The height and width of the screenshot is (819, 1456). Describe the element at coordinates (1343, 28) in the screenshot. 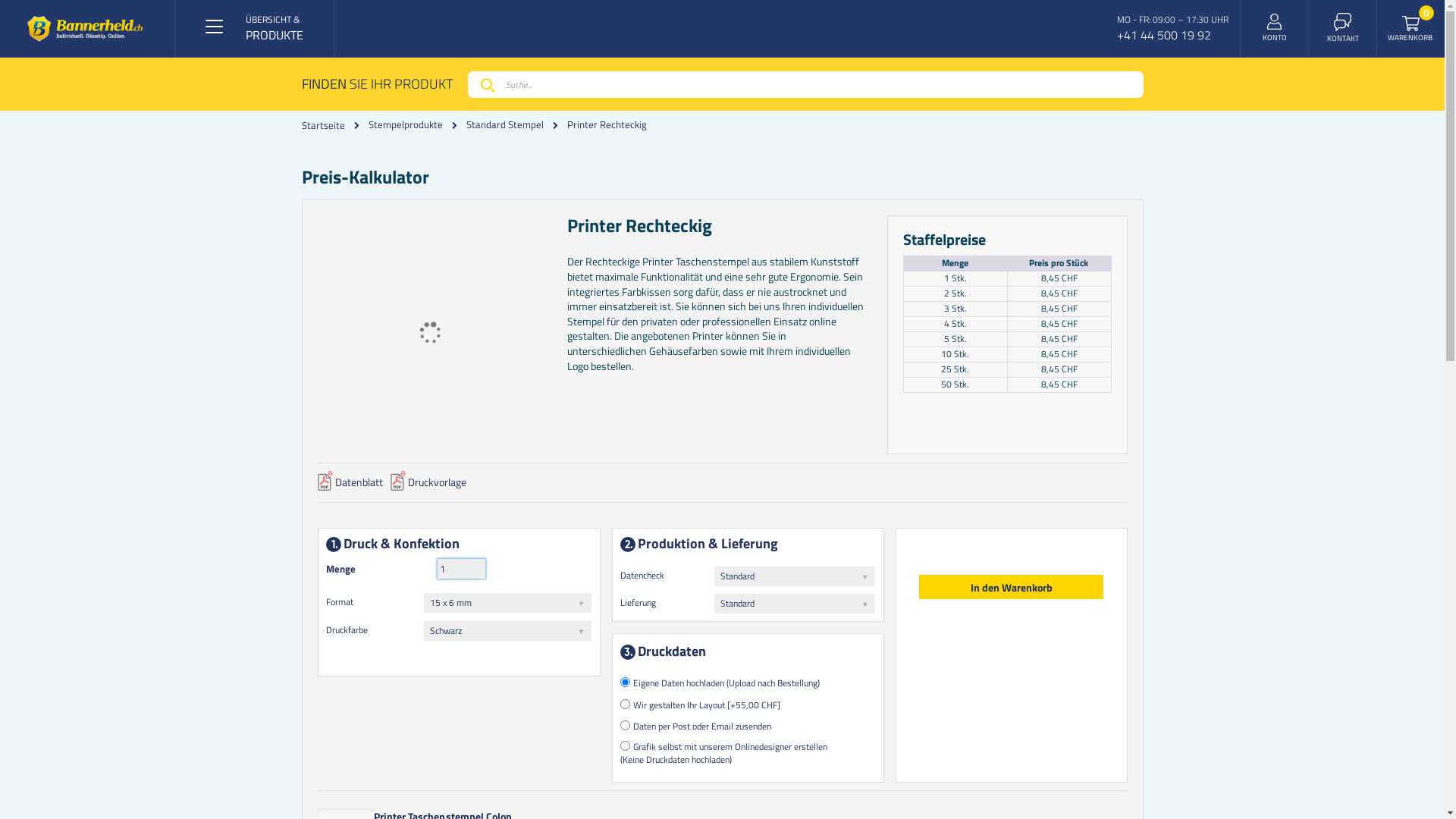

I see `'KONTAKT'` at that location.